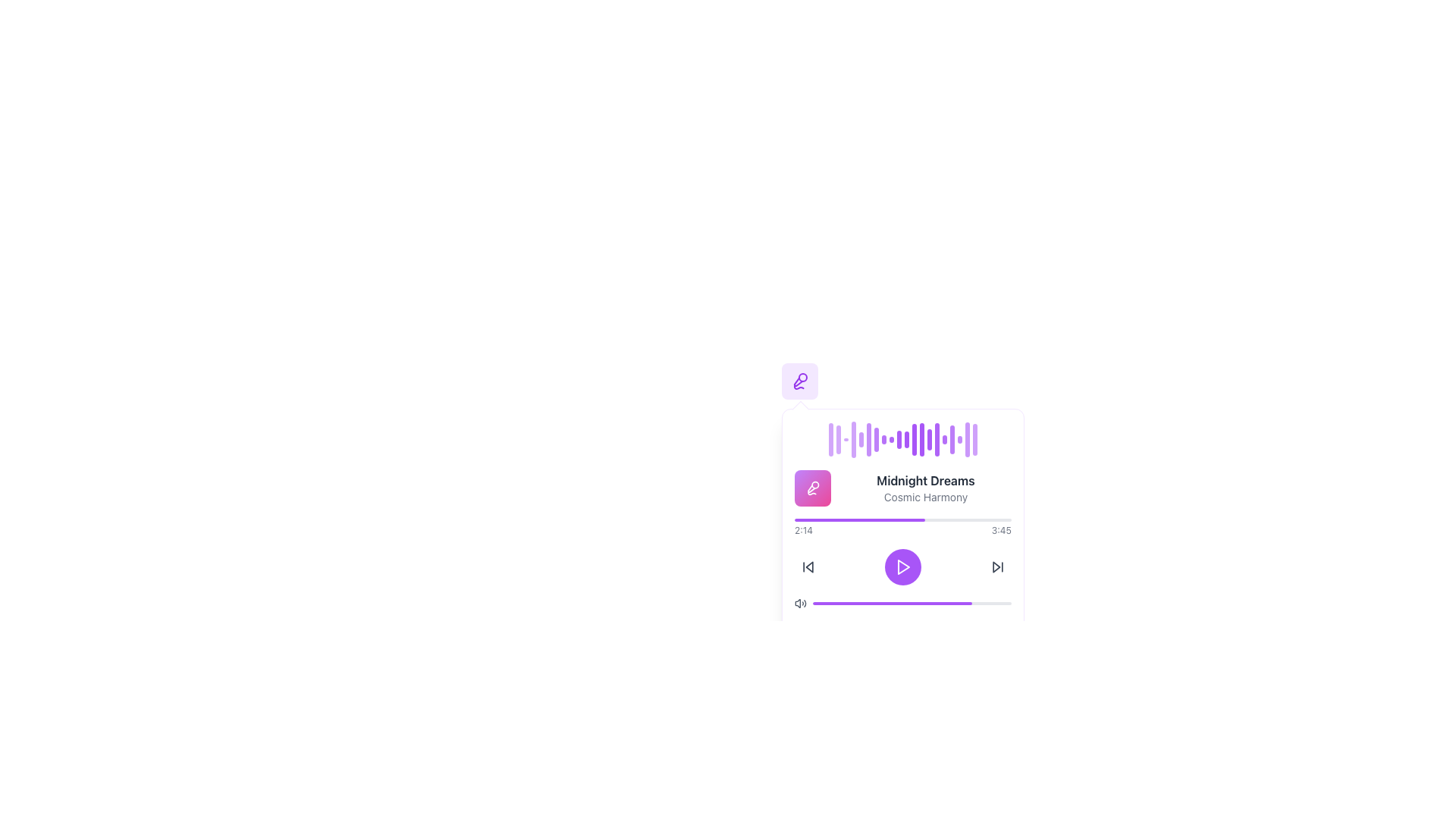 This screenshot has height=819, width=1456. Describe the element at coordinates (937, 439) in the screenshot. I see `the fifteenth bar of the audio waveform display, which visually indicates amplitude variations of sound along the timeline` at that location.